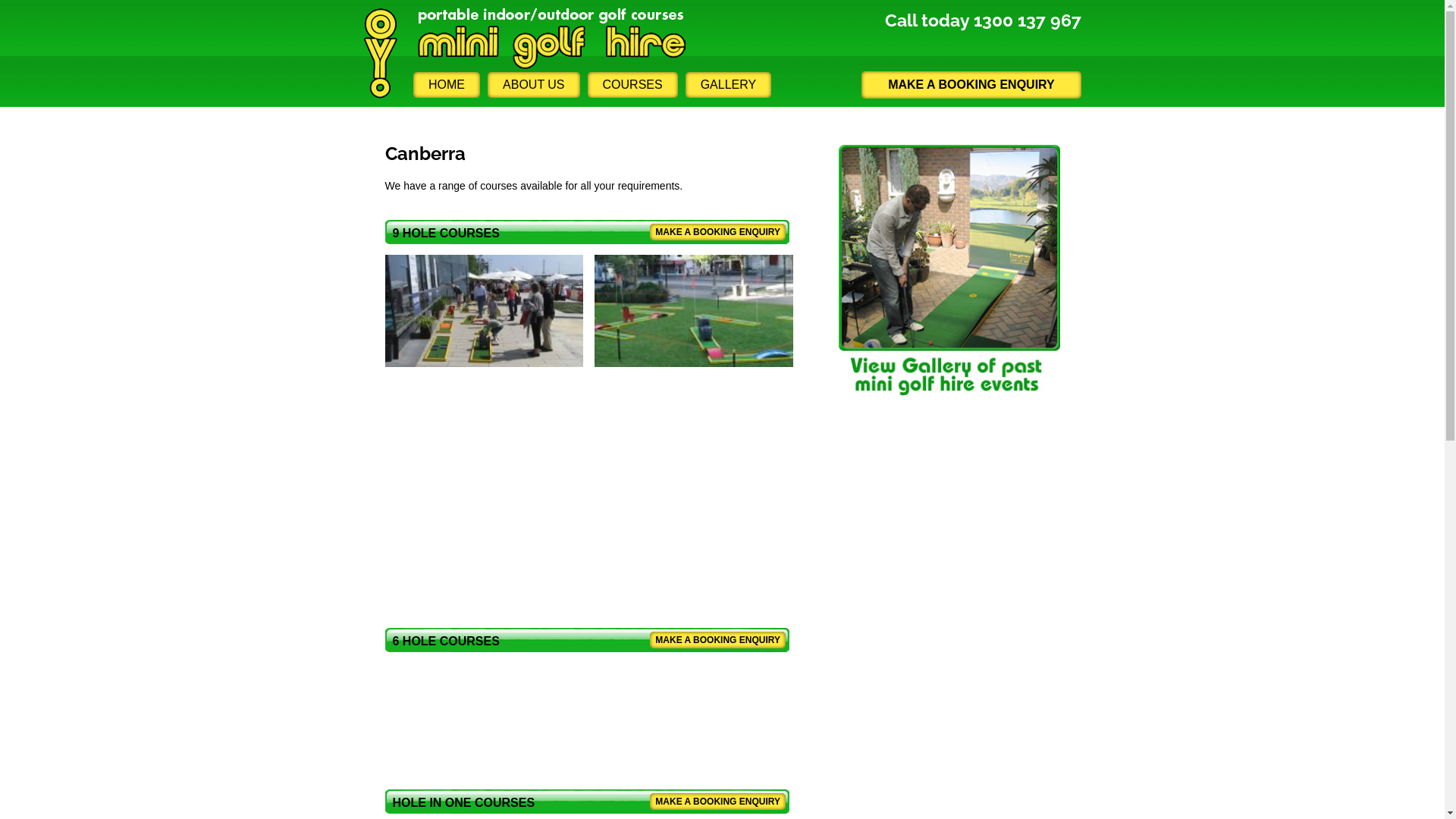 This screenshot has width=1456, height=819. I want to click on 'ABOUT US', so click(534, 84).